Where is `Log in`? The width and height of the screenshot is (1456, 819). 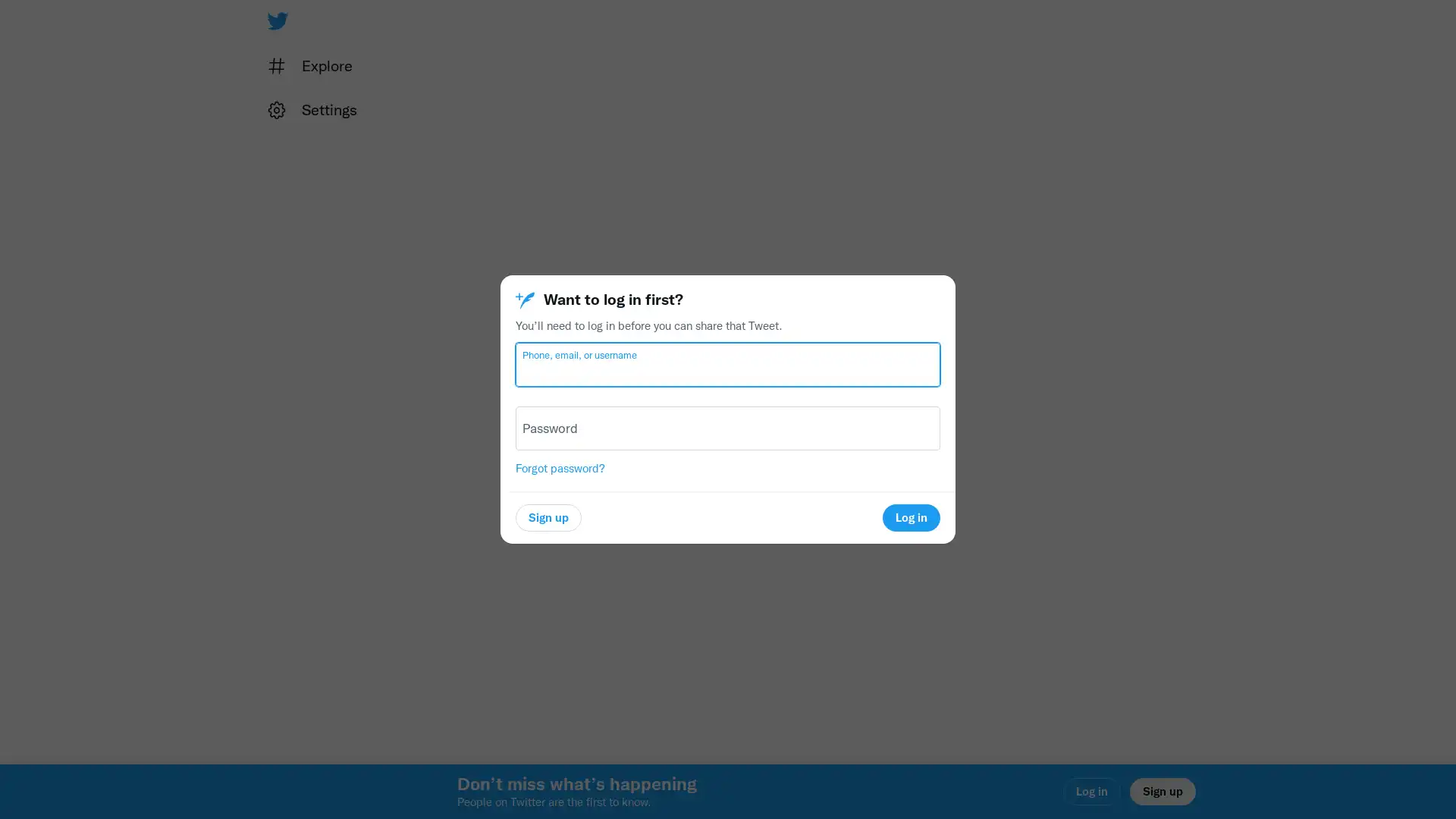
Log in is located at coordinates (910, 516).